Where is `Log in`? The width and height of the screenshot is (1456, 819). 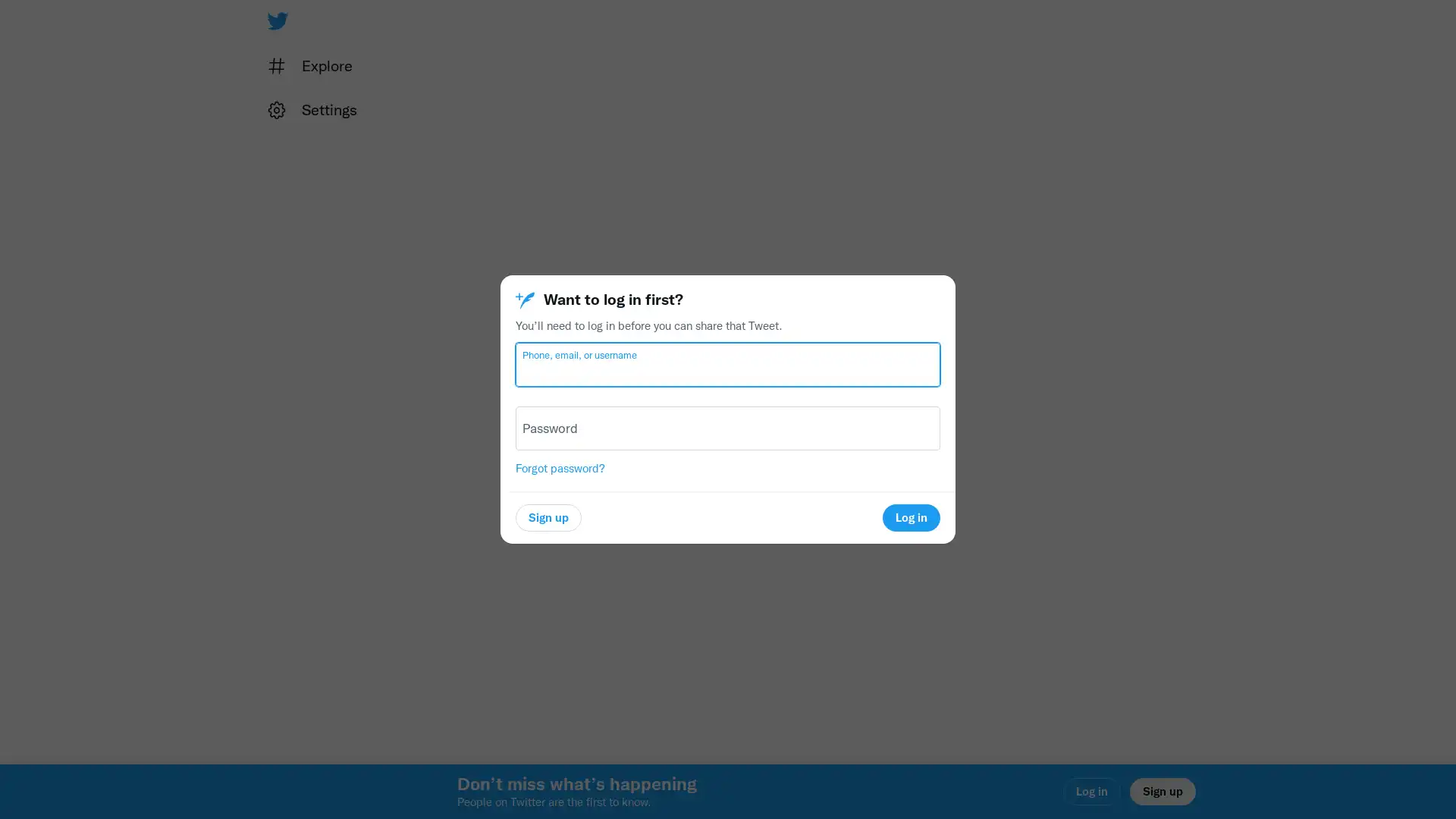
Log in is located at coordinates (910, 516).